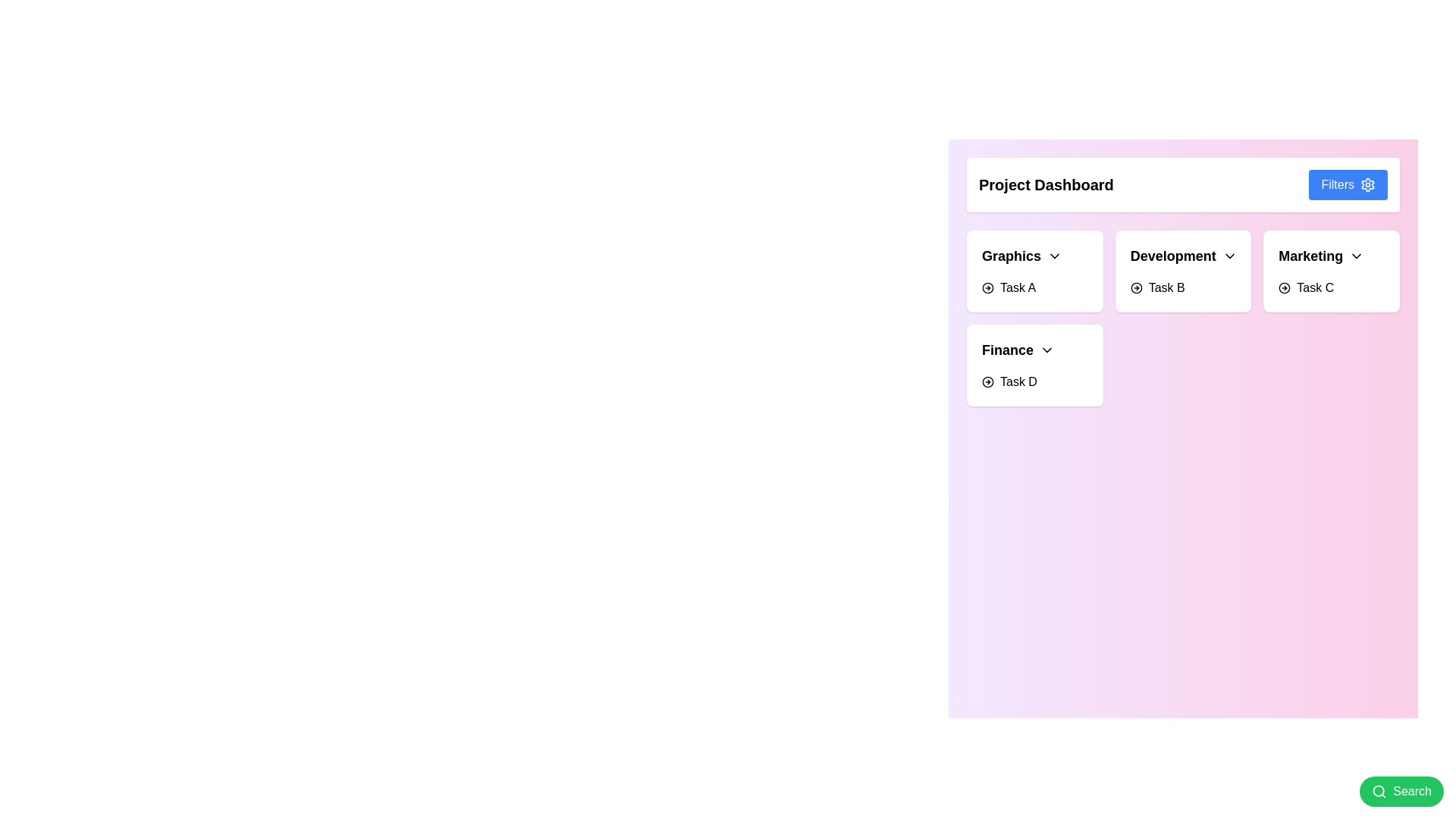 Image resolution: width=1456 pixels, height=819 pixels. Describe the element at coordinates (1357, 256) in the screenshot. I see `the downward-facing chevron icon next to the 'Marketing' label` at that location.